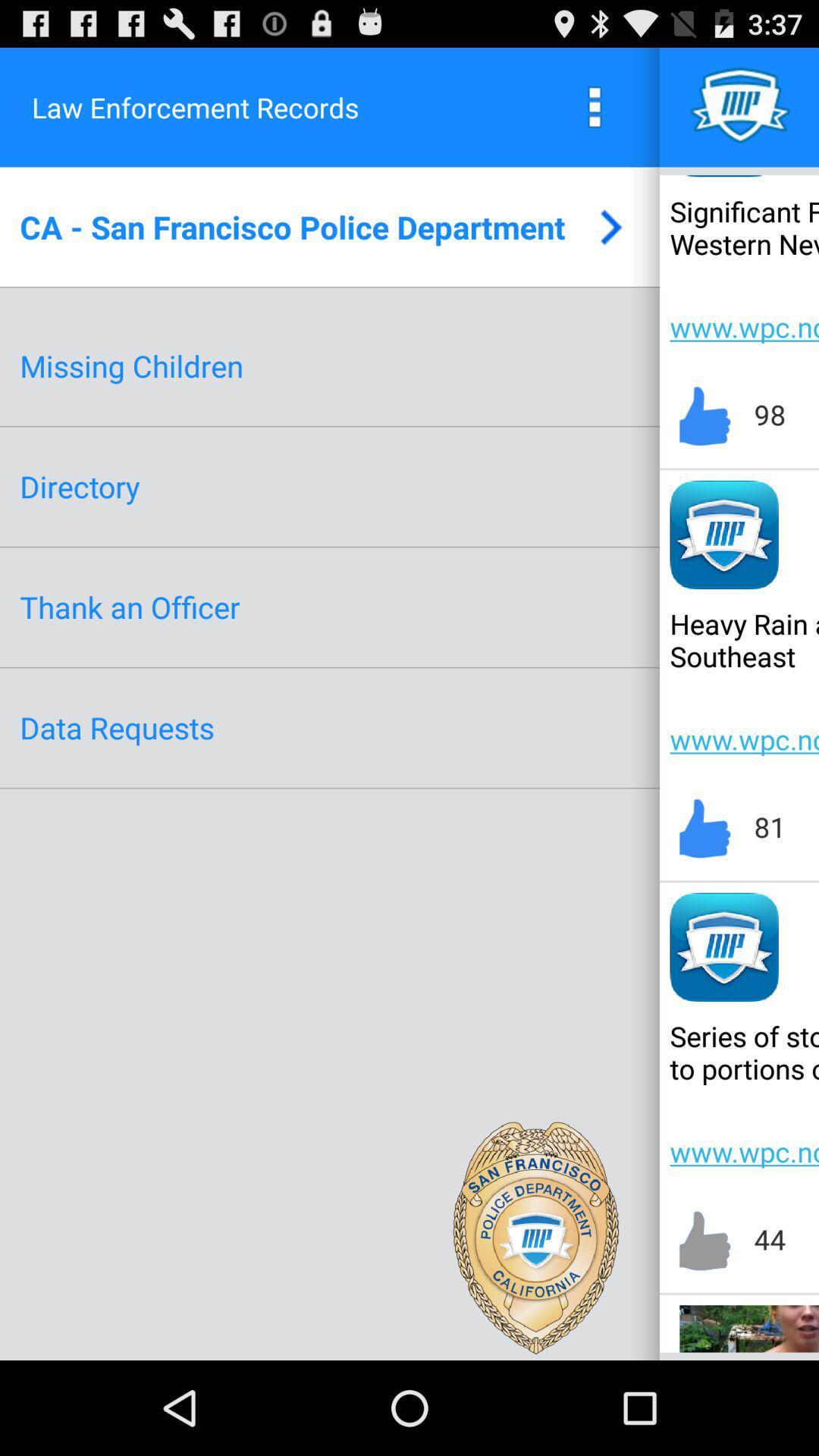 This screenshot has width=819, height=1456. I want to click on icon below directory, so click(129, 607).